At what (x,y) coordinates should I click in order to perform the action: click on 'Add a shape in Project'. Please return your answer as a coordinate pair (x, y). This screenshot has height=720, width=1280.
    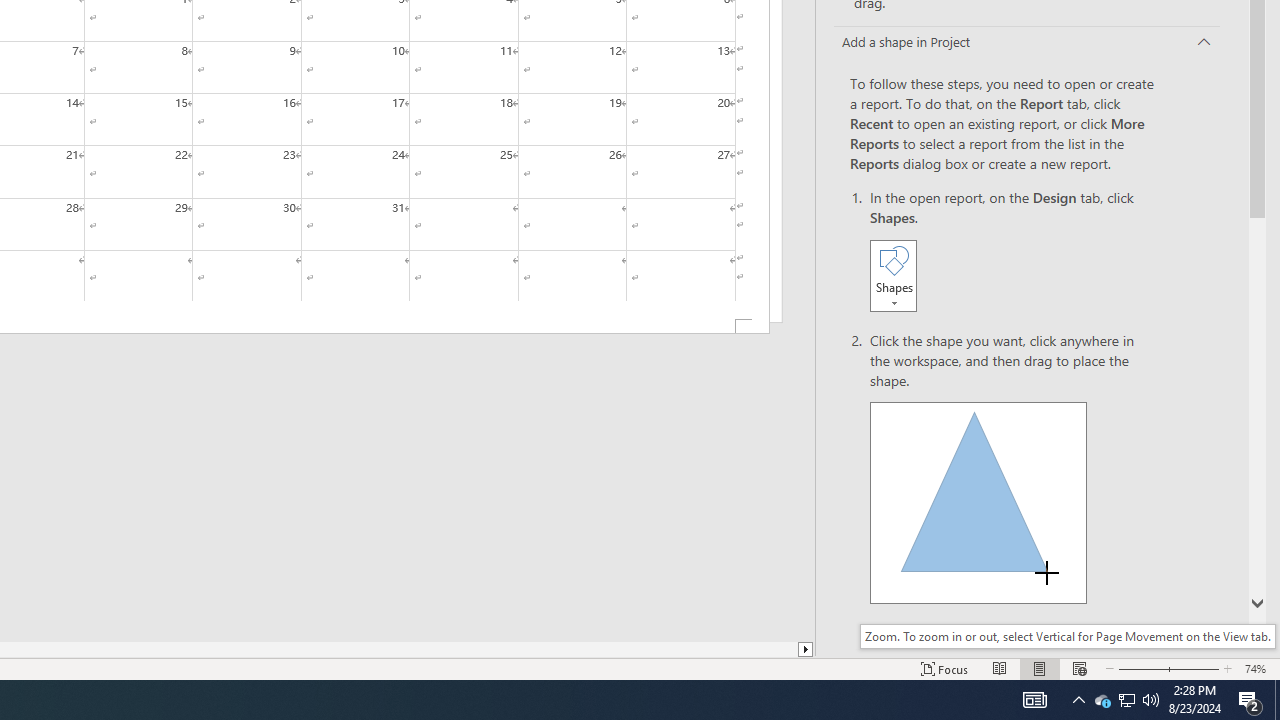
    Looking at the image, I should click on (1027, 43).